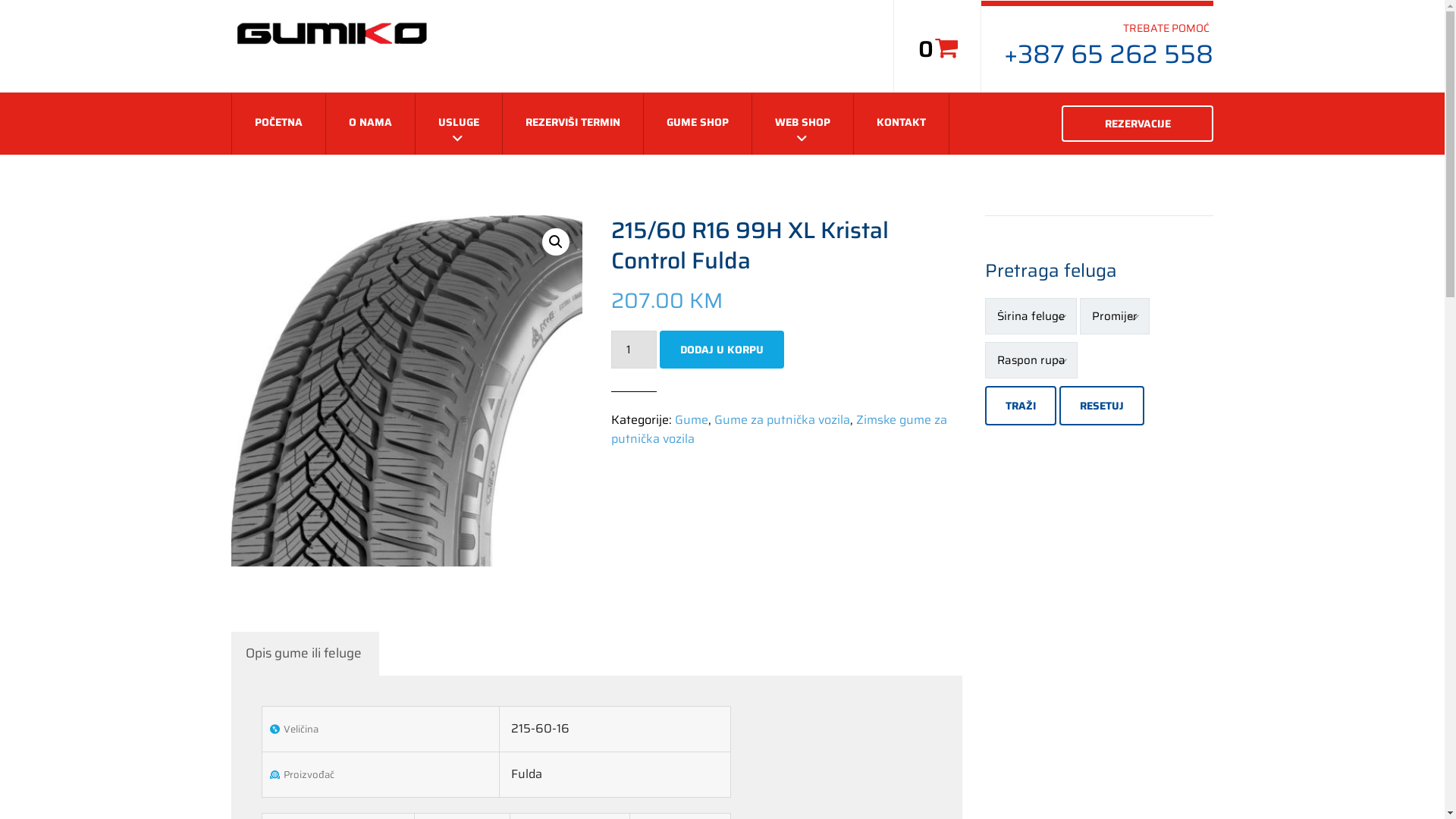  I want to click on 'DODAJ U KORPU', so click(720, 350).